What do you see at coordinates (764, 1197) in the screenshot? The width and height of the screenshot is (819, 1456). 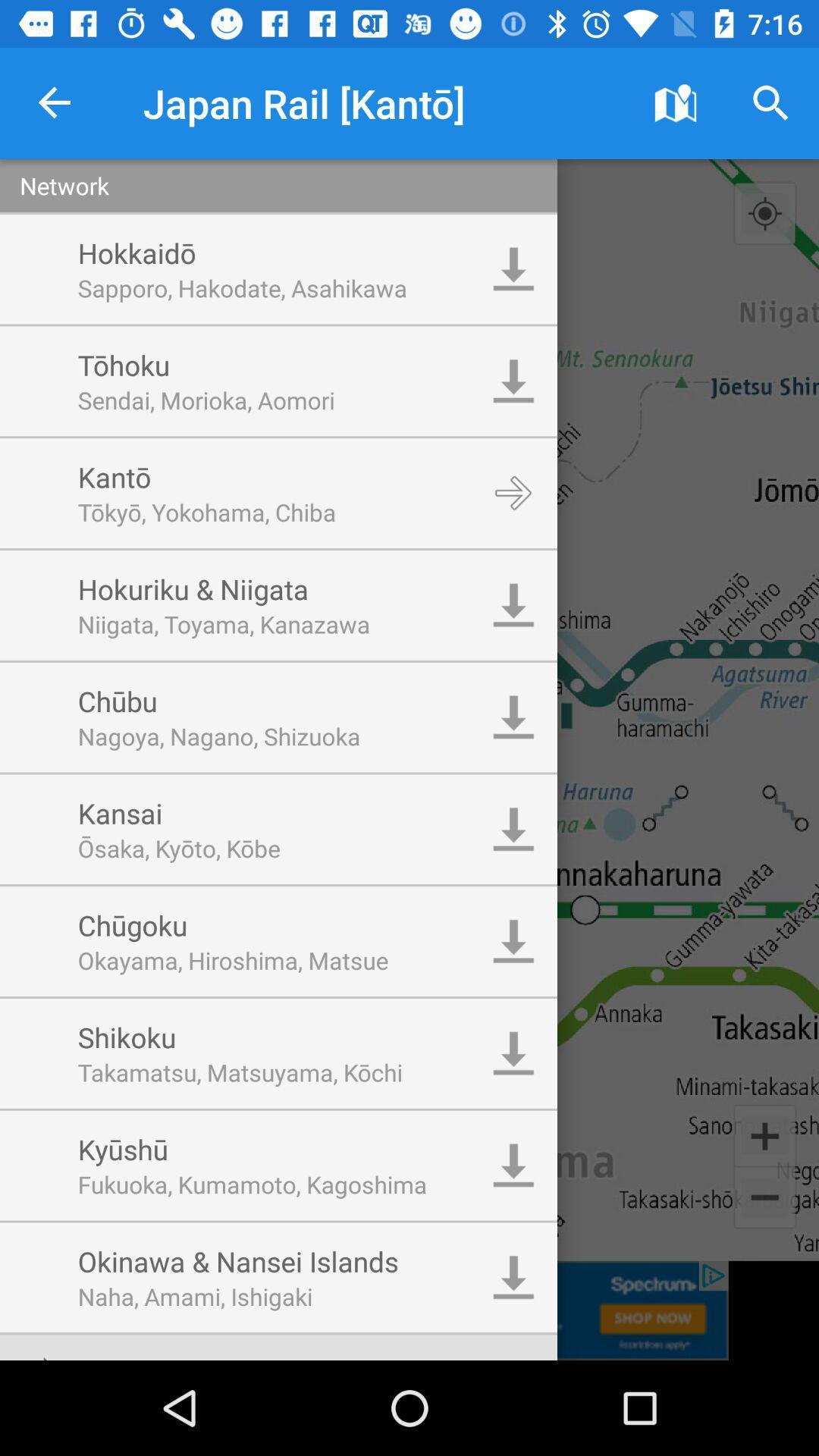 I see `the minus icon` at bounding box center [764, 1197].